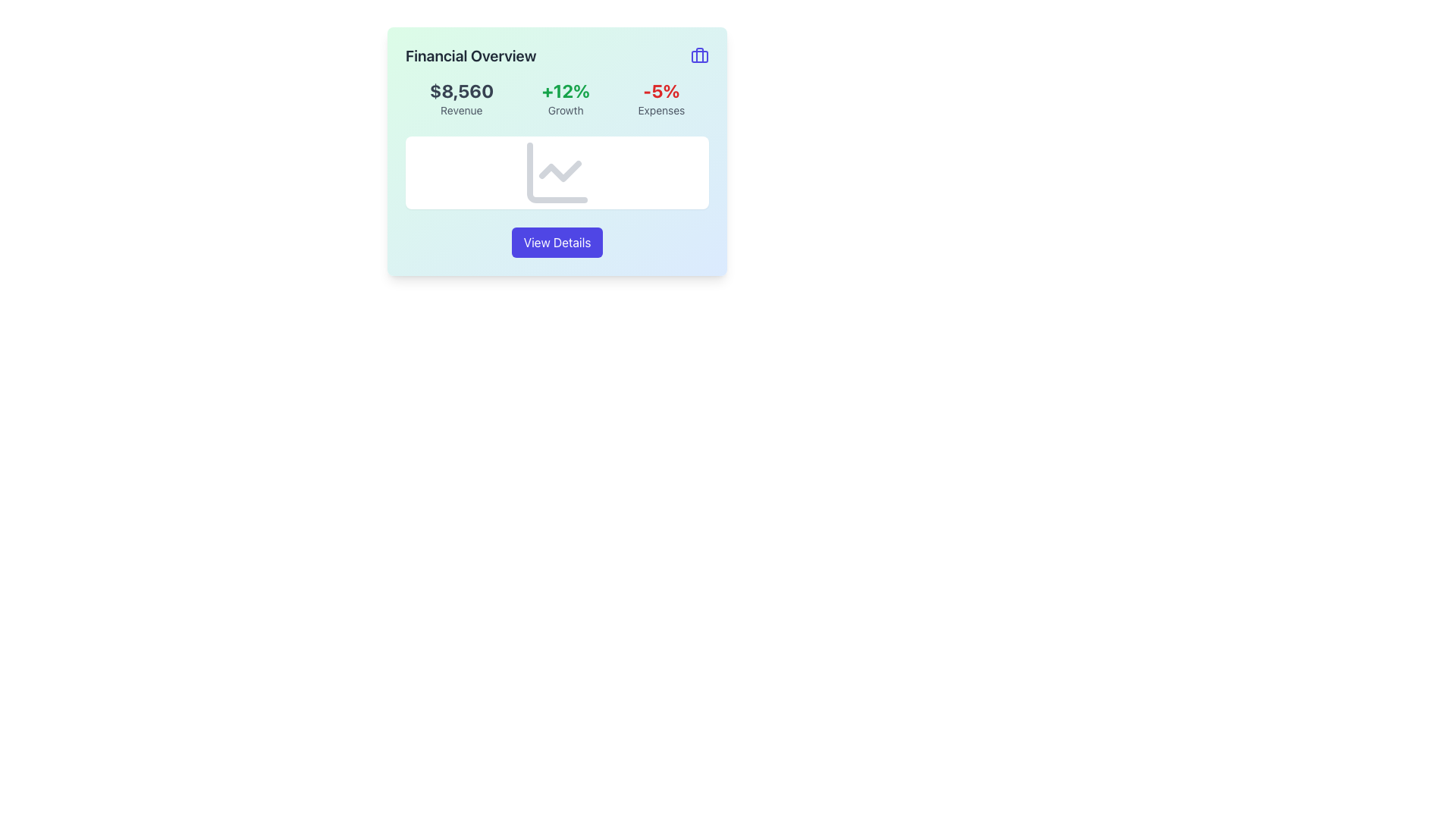  I want to click on the blue briefcase icon located at the top-right corner of the 'Financial Overview' section, so click(698, 55).